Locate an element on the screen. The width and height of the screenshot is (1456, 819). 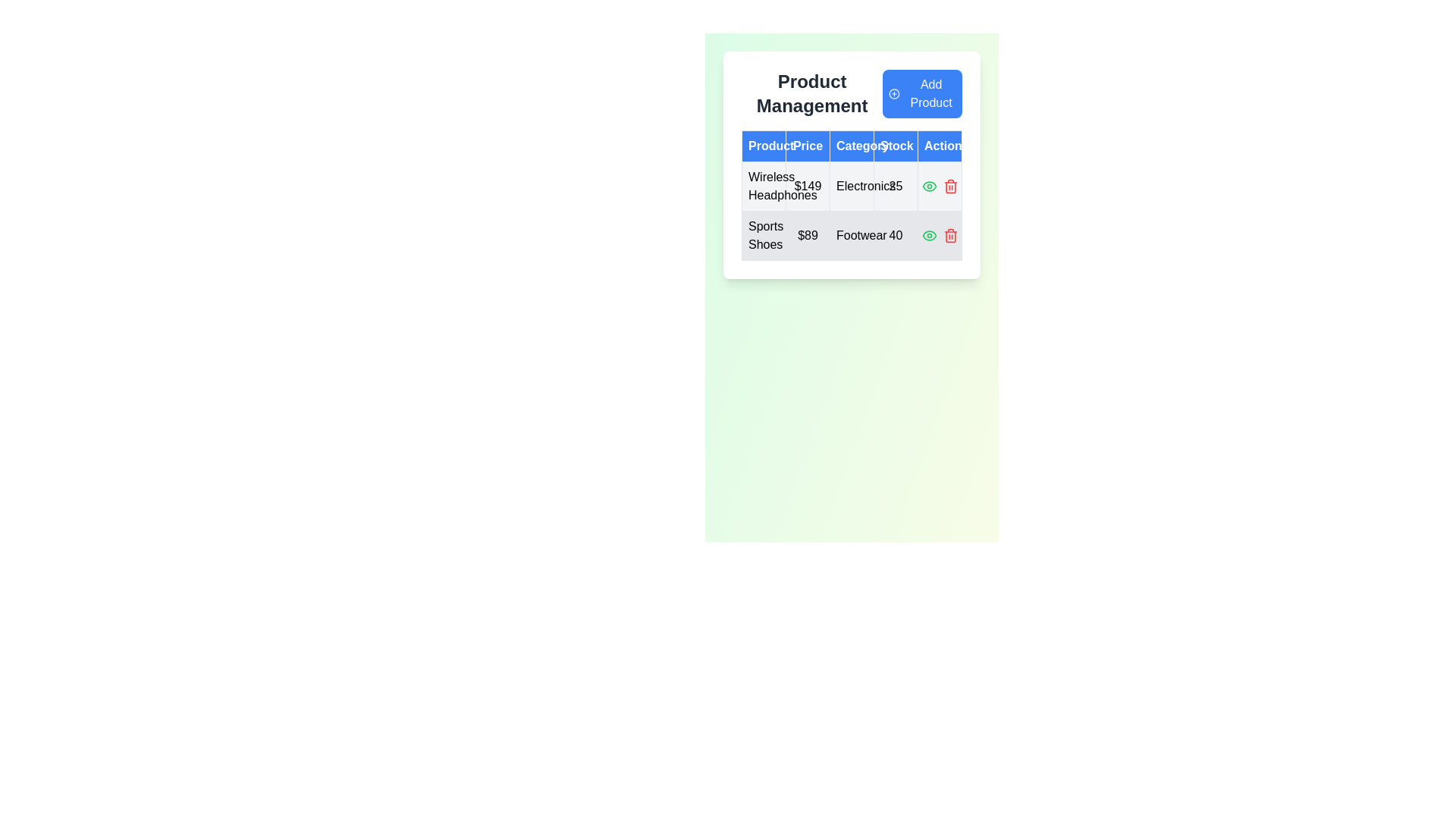
the header label for the action buttons in the 'Product Management' section, which is the fifth label in the row, positioned at the top-right corner is located at coordinates (939, 146).